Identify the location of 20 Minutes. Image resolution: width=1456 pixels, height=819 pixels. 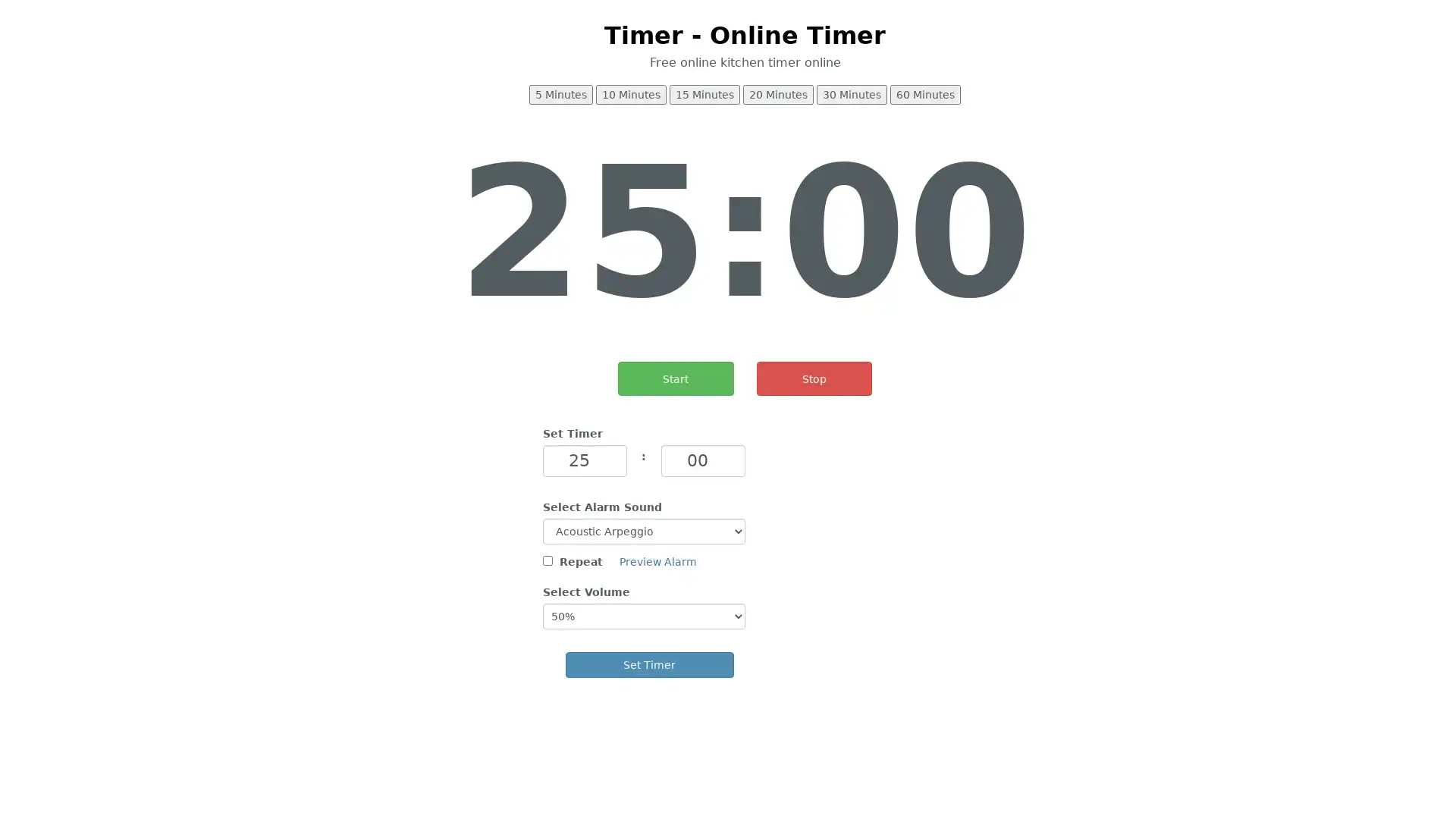
(778, 93).